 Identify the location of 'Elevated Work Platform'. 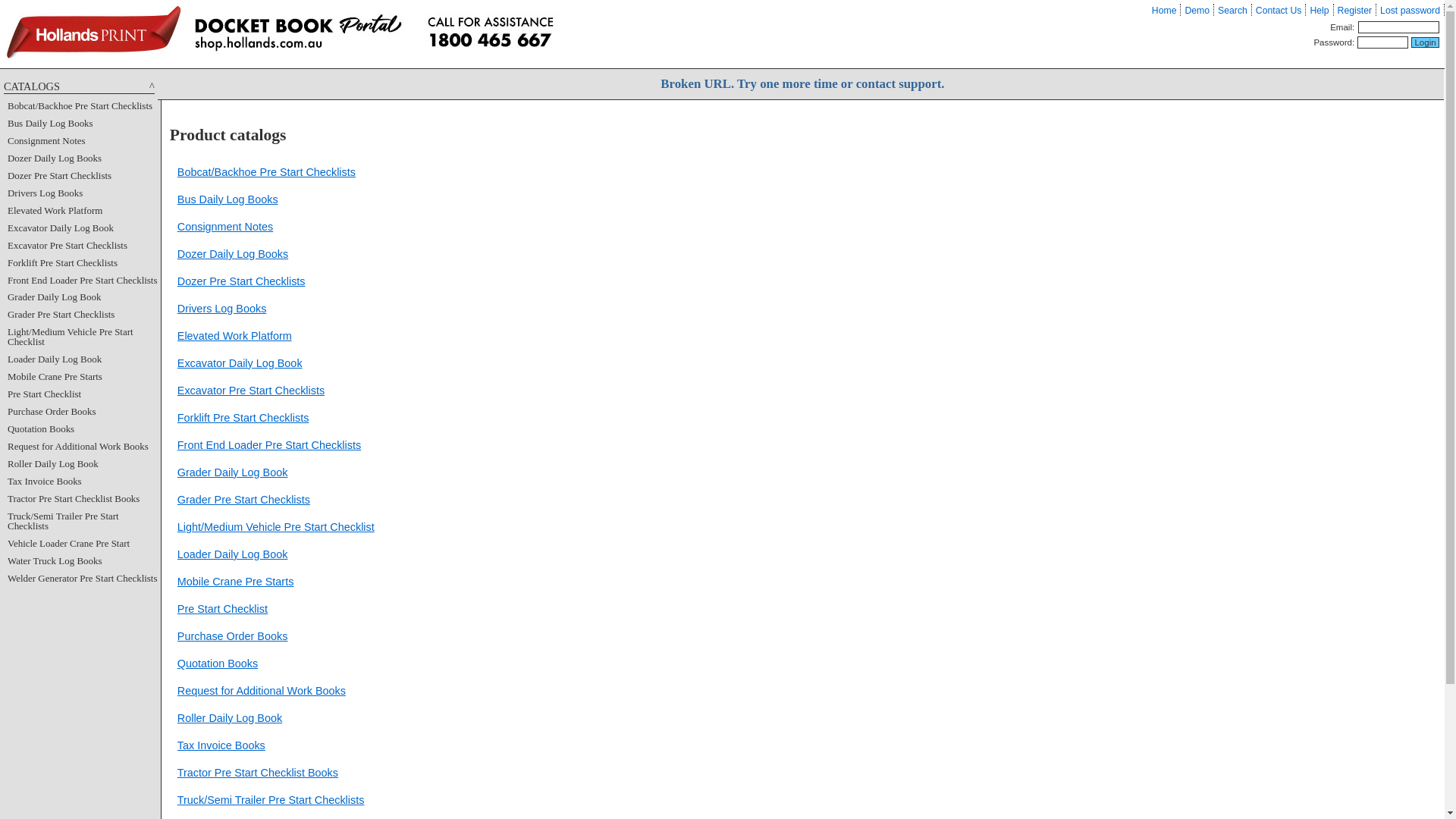
(55, 210).